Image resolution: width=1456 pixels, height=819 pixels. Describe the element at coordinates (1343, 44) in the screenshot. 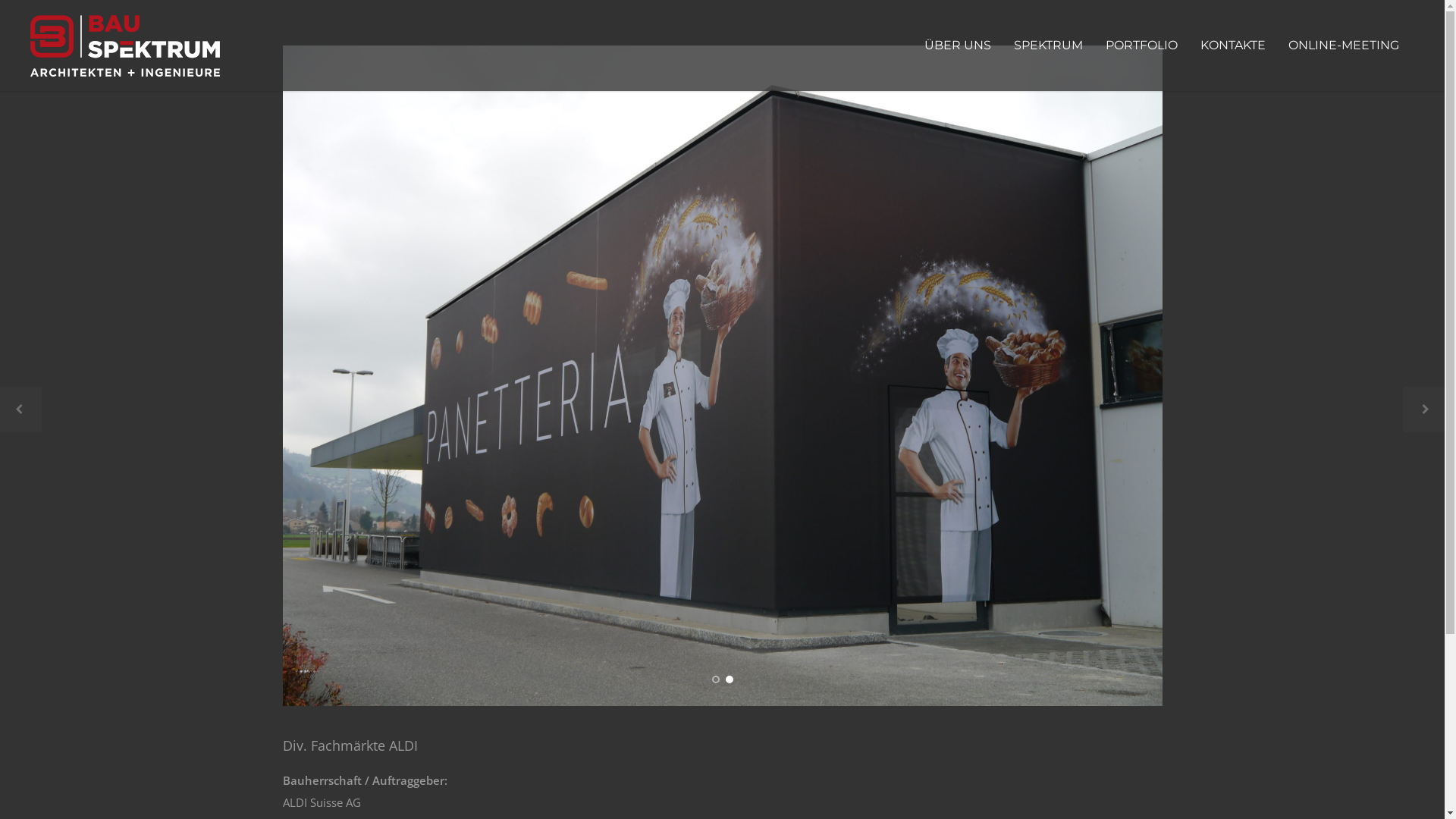

I see `'ONLINE-MEETING'` at that location.